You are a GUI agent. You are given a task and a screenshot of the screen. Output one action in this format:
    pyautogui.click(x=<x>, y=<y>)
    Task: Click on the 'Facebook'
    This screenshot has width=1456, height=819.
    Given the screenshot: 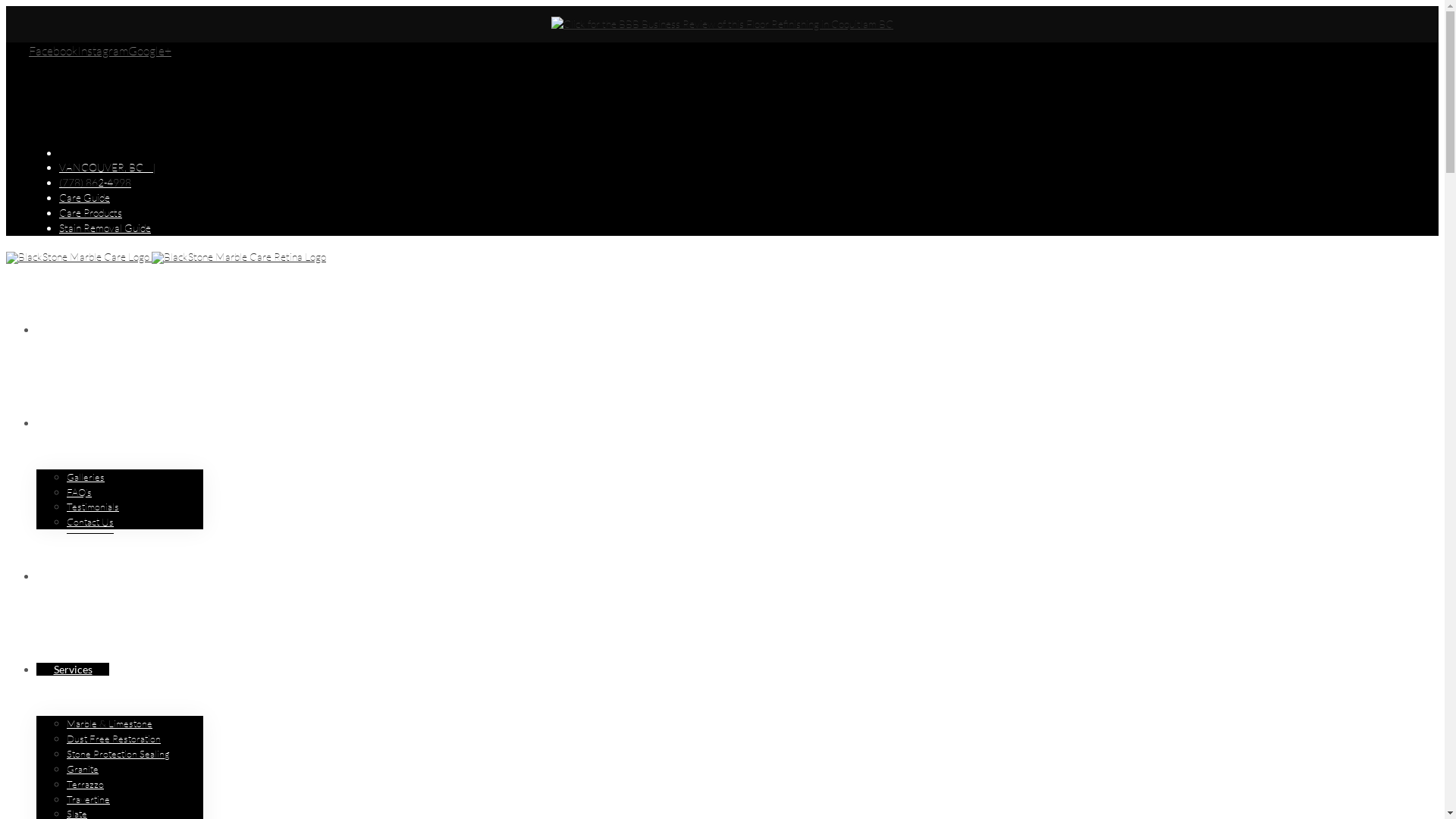 What is the action you would take?
    pyautogui.click(x=53, y=49)
    